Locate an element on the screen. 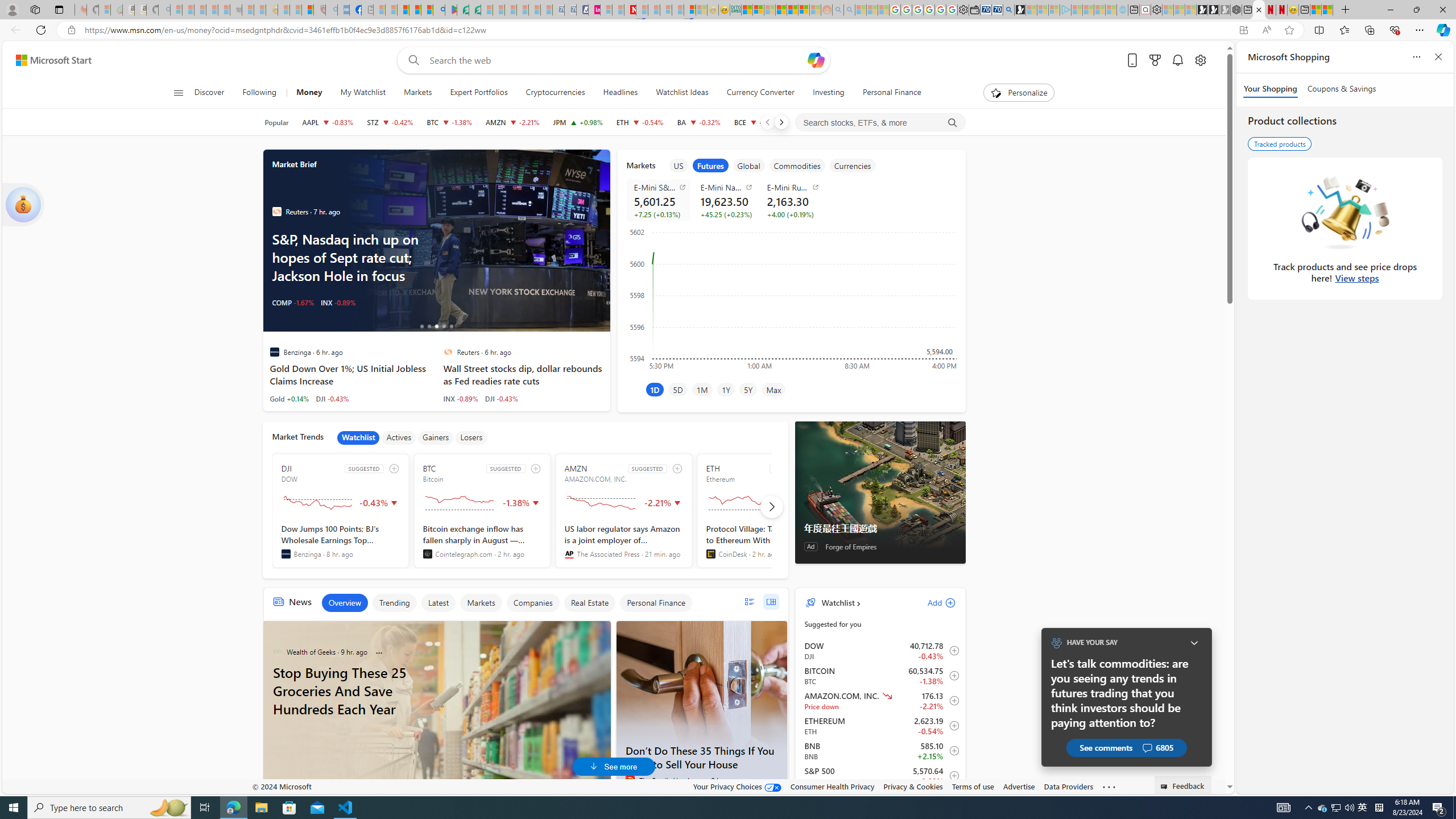 Image resolution: width=1456 pixels, height=819 pixels. 'AMZN SUGGESTED AMAZON.COM, INC.' is located at coordinates (623, 510).